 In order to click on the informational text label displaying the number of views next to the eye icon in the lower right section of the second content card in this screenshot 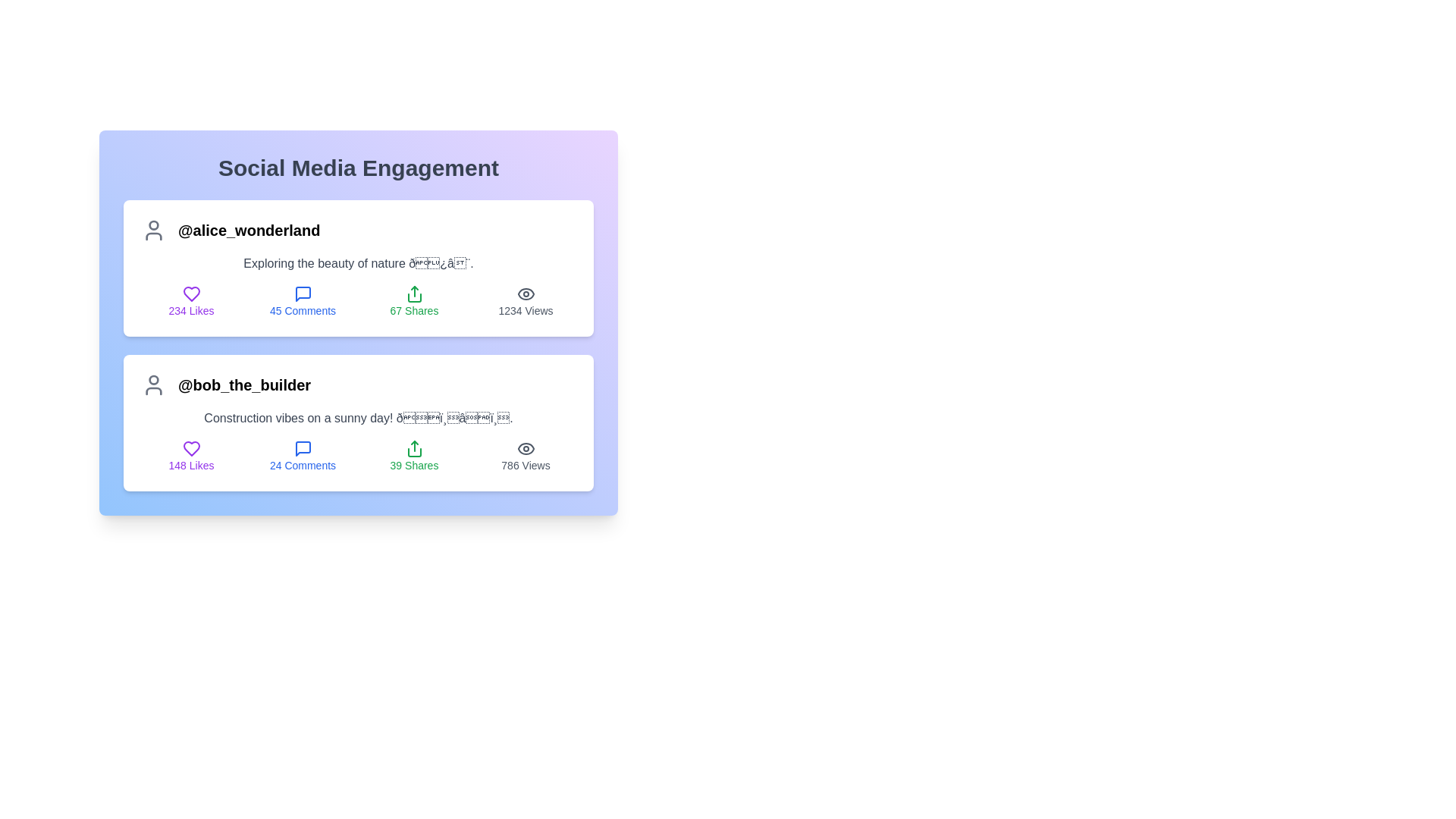, I will do `click(526, 464)`.